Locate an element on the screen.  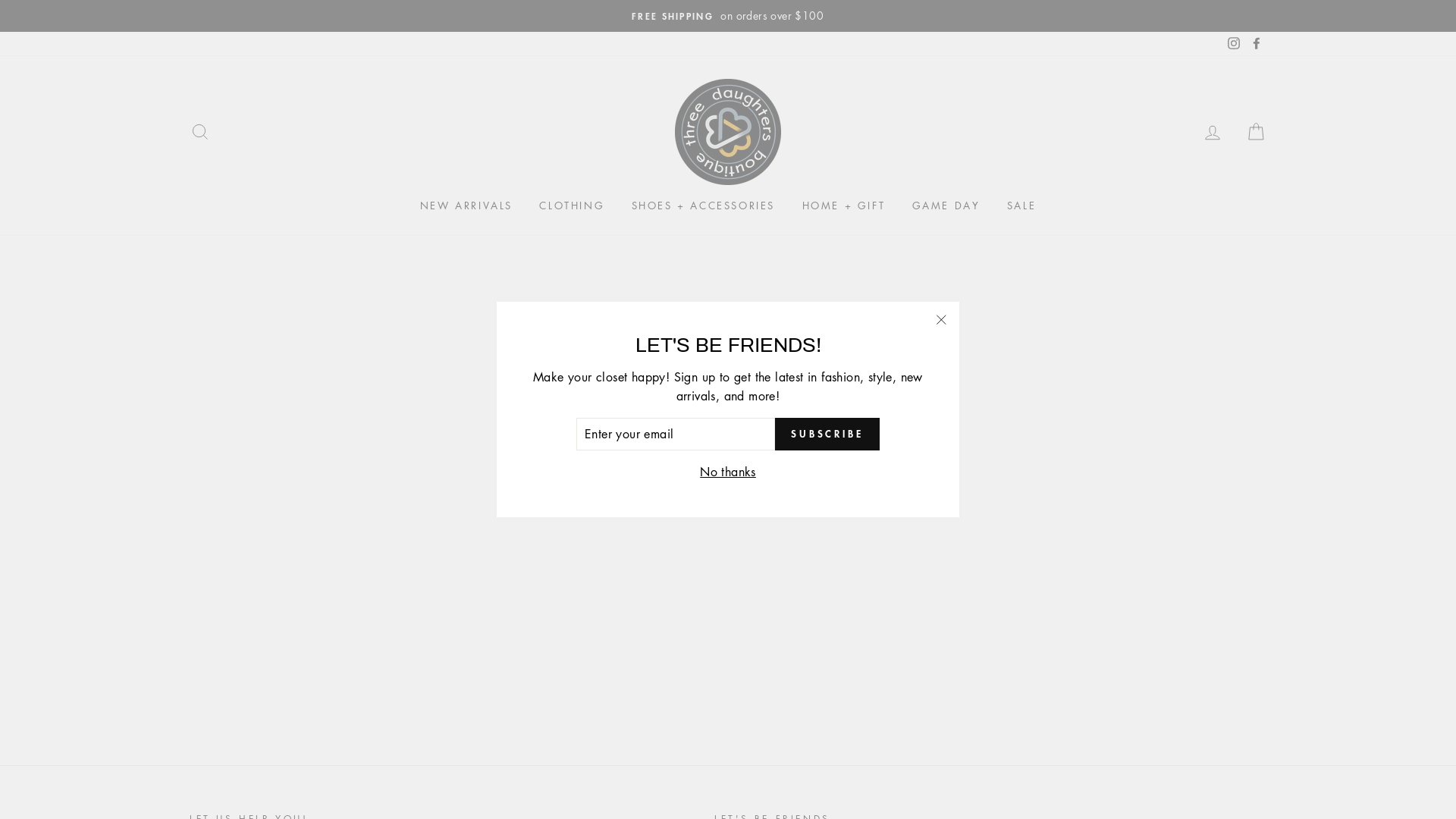
'Facebook' is located at coordinates (1256, 42).